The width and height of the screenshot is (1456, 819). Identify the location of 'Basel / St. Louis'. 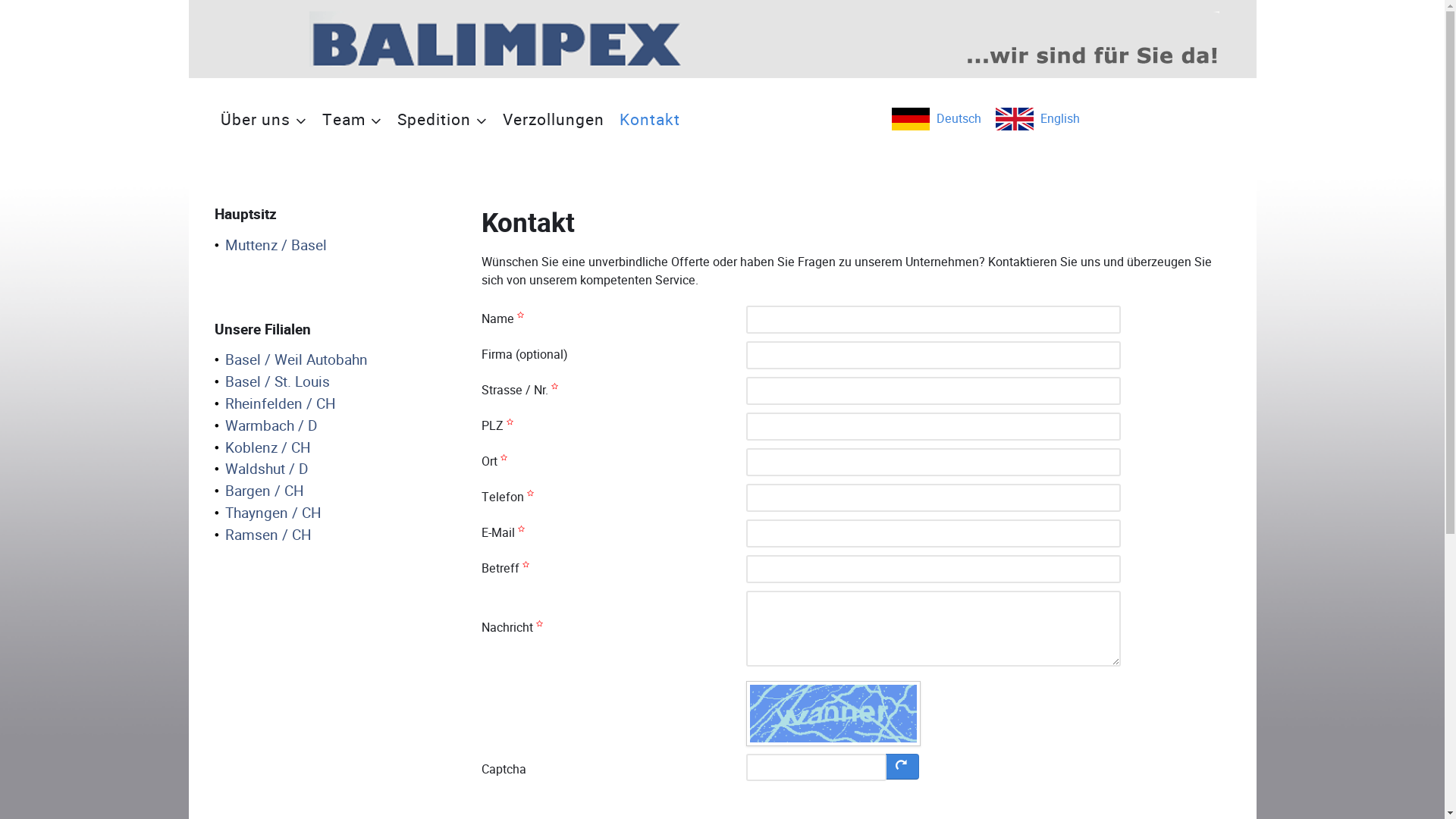
(271, 381).